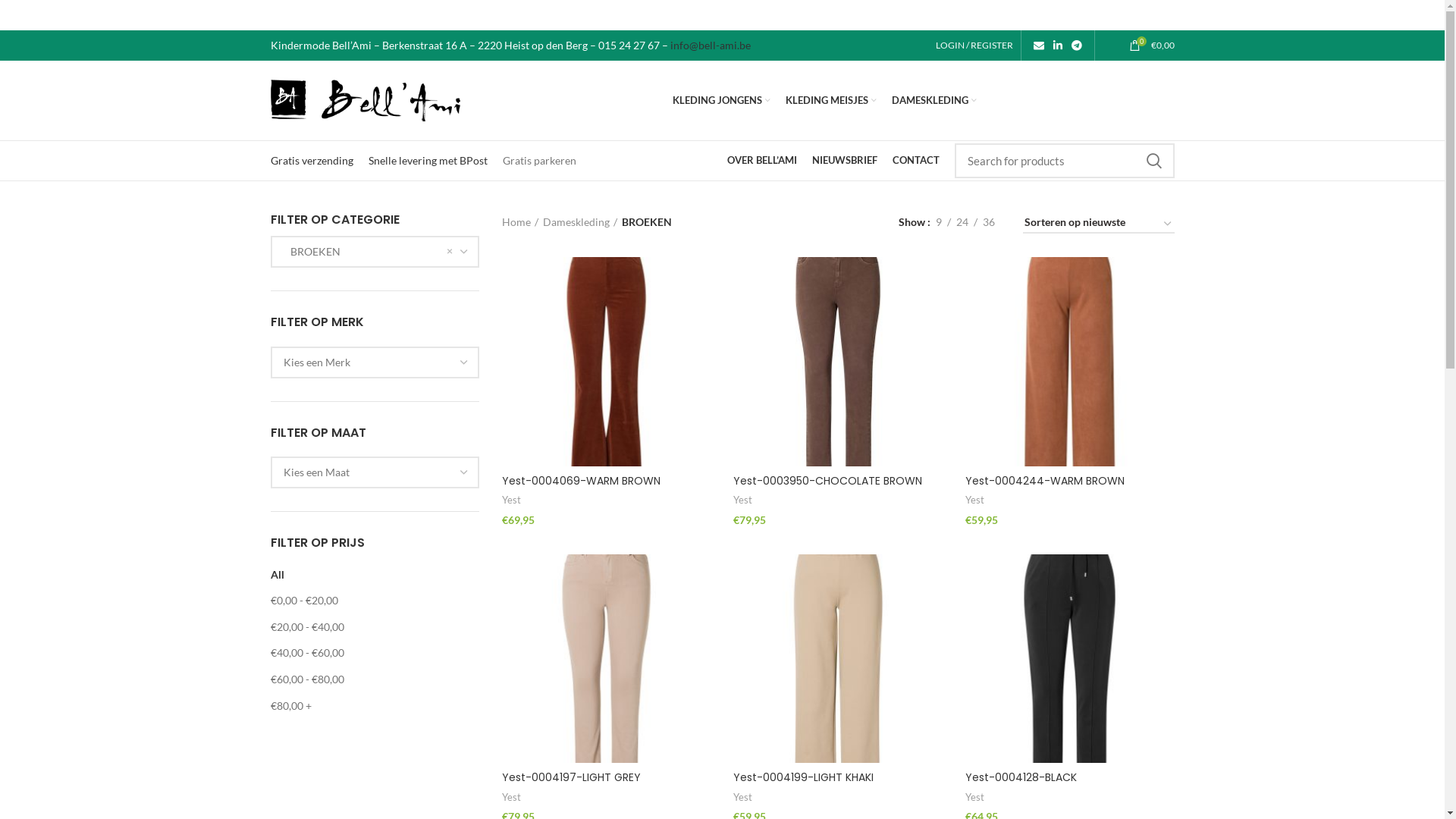 This screenshot has width=1456, height=819. Describe the element at coordinates (802, 777) in the screenshot. I see `'Yest-0004199-LIGHT KHAKI'` at that location.